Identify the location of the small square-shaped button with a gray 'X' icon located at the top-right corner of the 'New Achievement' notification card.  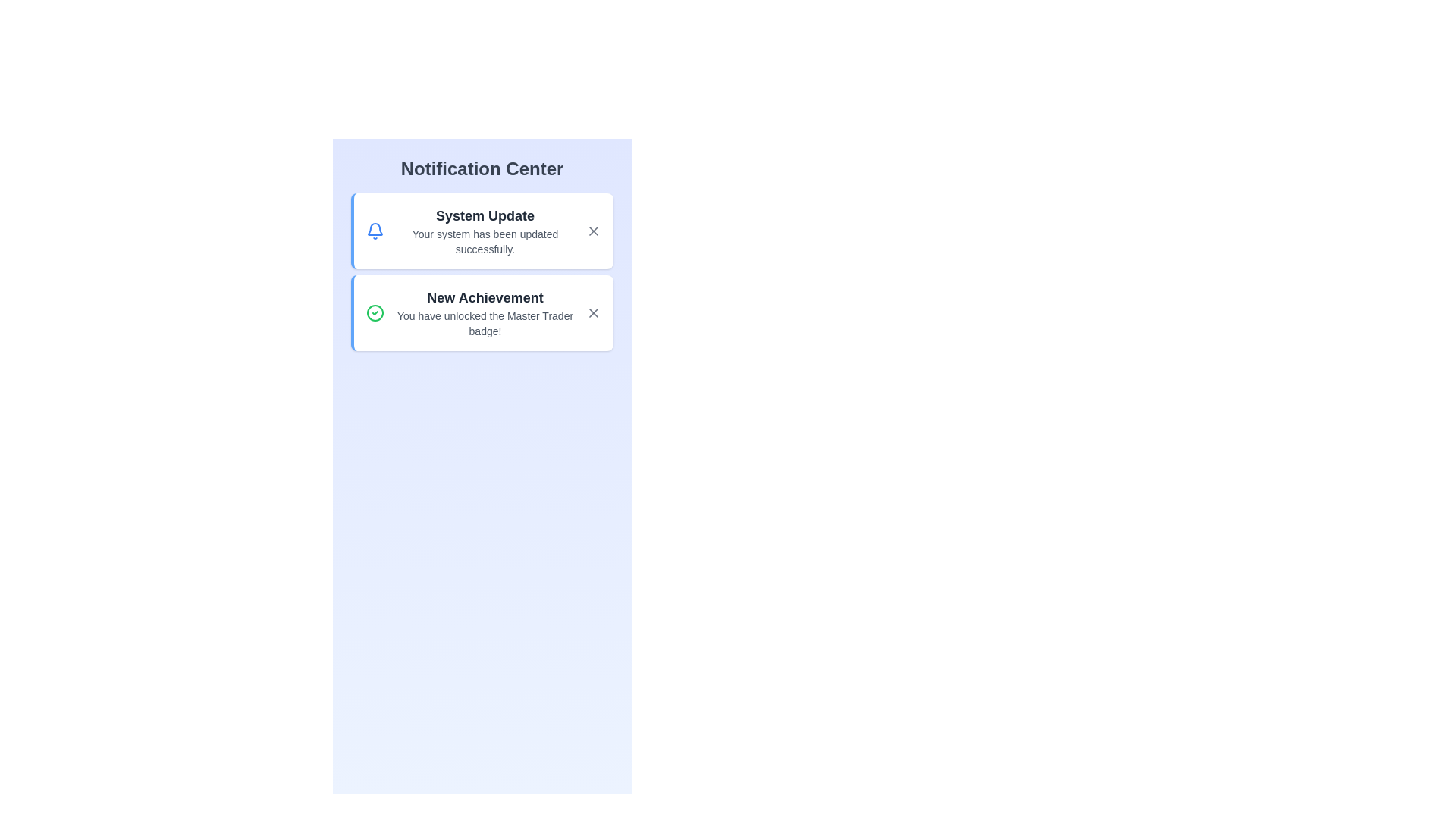
(592, 312).